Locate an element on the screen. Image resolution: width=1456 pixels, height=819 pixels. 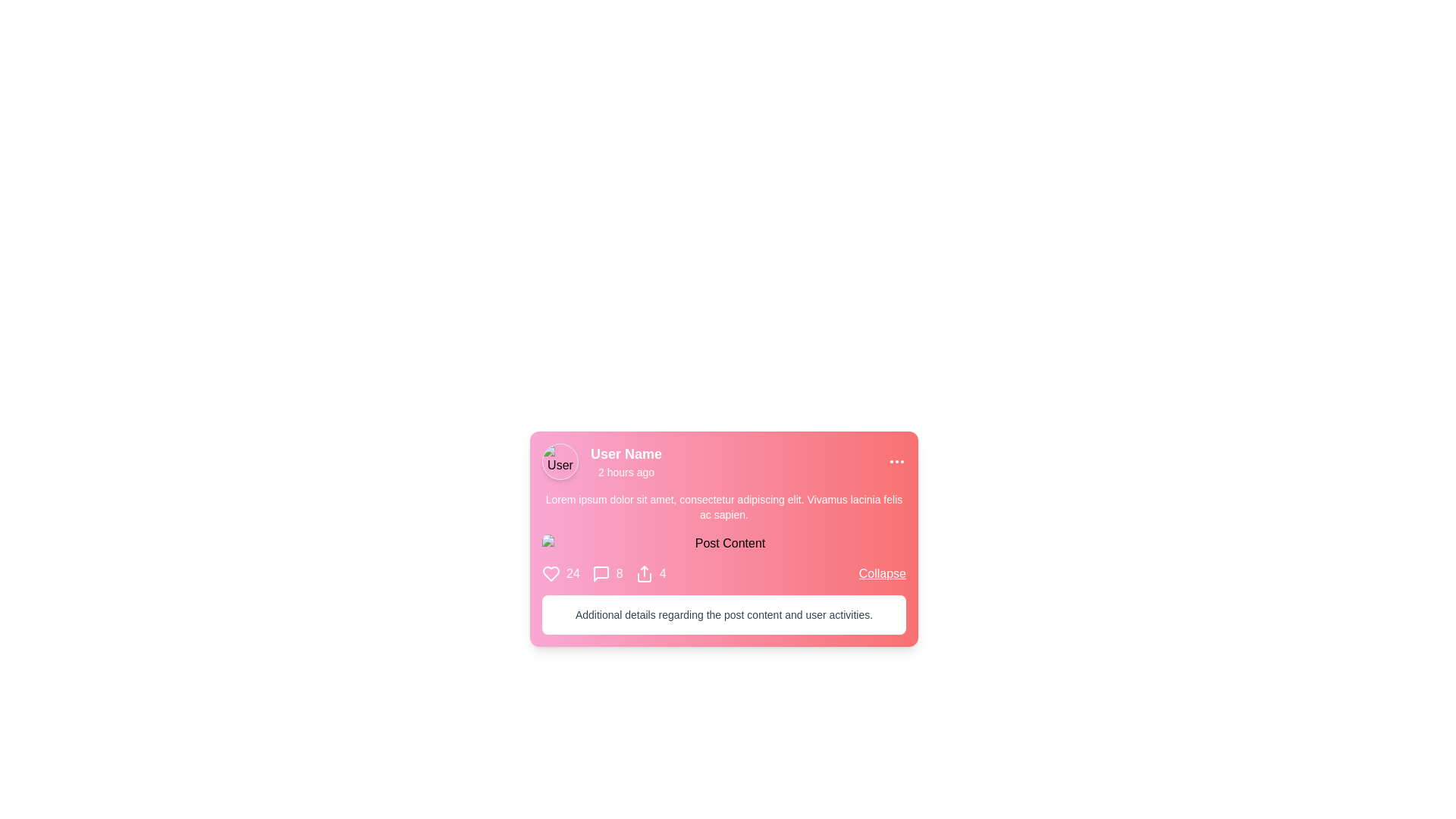
text displayed in the Text Label that shows '2 hours ago' in white against a pink background, located next to the username is located at coordinates (626, 472).